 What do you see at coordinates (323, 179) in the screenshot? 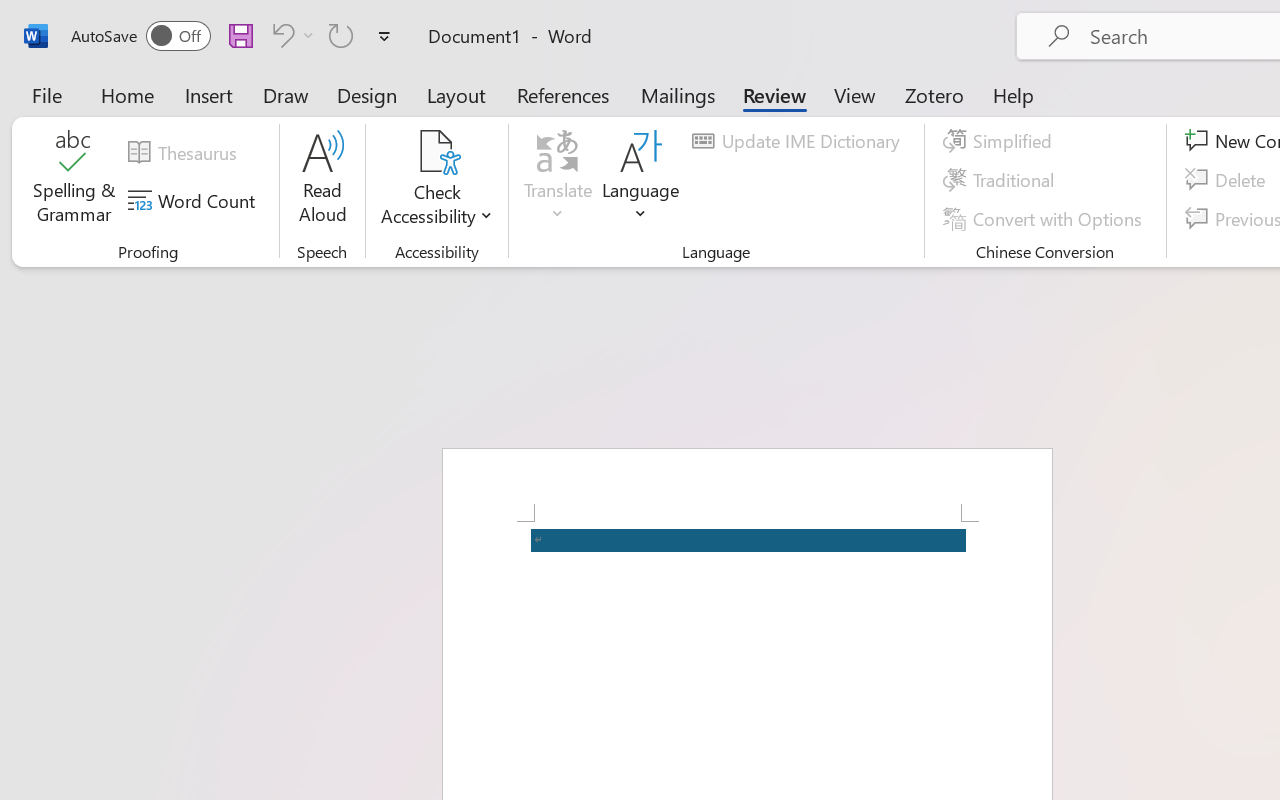
I see `'Read Aloud'` at bounding box center [323, 179].